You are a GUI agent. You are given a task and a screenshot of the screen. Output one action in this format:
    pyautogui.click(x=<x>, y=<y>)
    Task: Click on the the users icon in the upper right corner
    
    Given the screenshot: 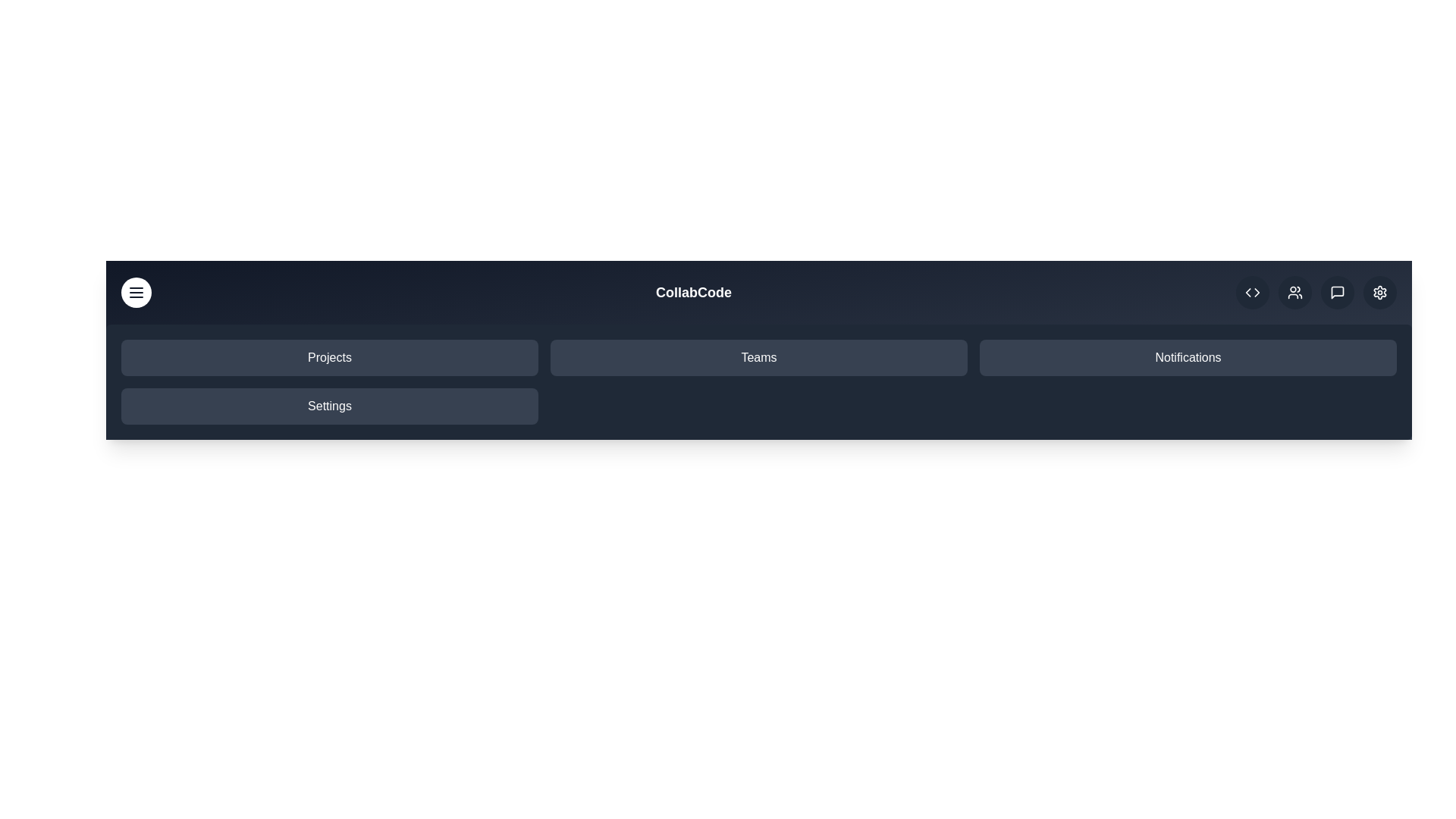 What is the action you would take?
    pyautogui.click(x=1294, y=292)
    